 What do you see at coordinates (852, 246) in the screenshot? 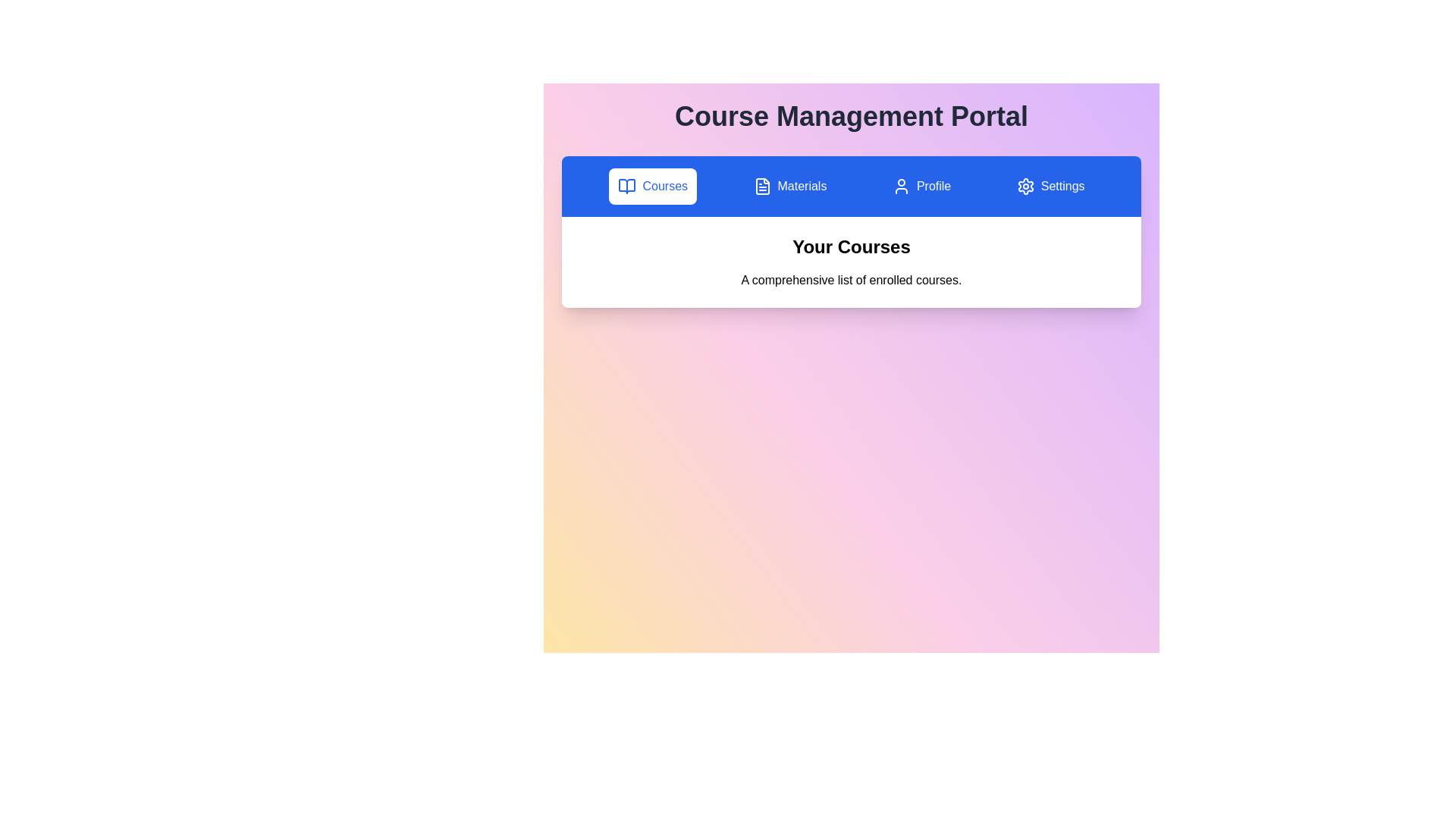
I see `the Text label (header) indicating the section's purpose for displaying information related to the user's courses, which is positioned above the subtitle 'A comprehensive list of enrolled courses'` at bounding box center [852, 246].